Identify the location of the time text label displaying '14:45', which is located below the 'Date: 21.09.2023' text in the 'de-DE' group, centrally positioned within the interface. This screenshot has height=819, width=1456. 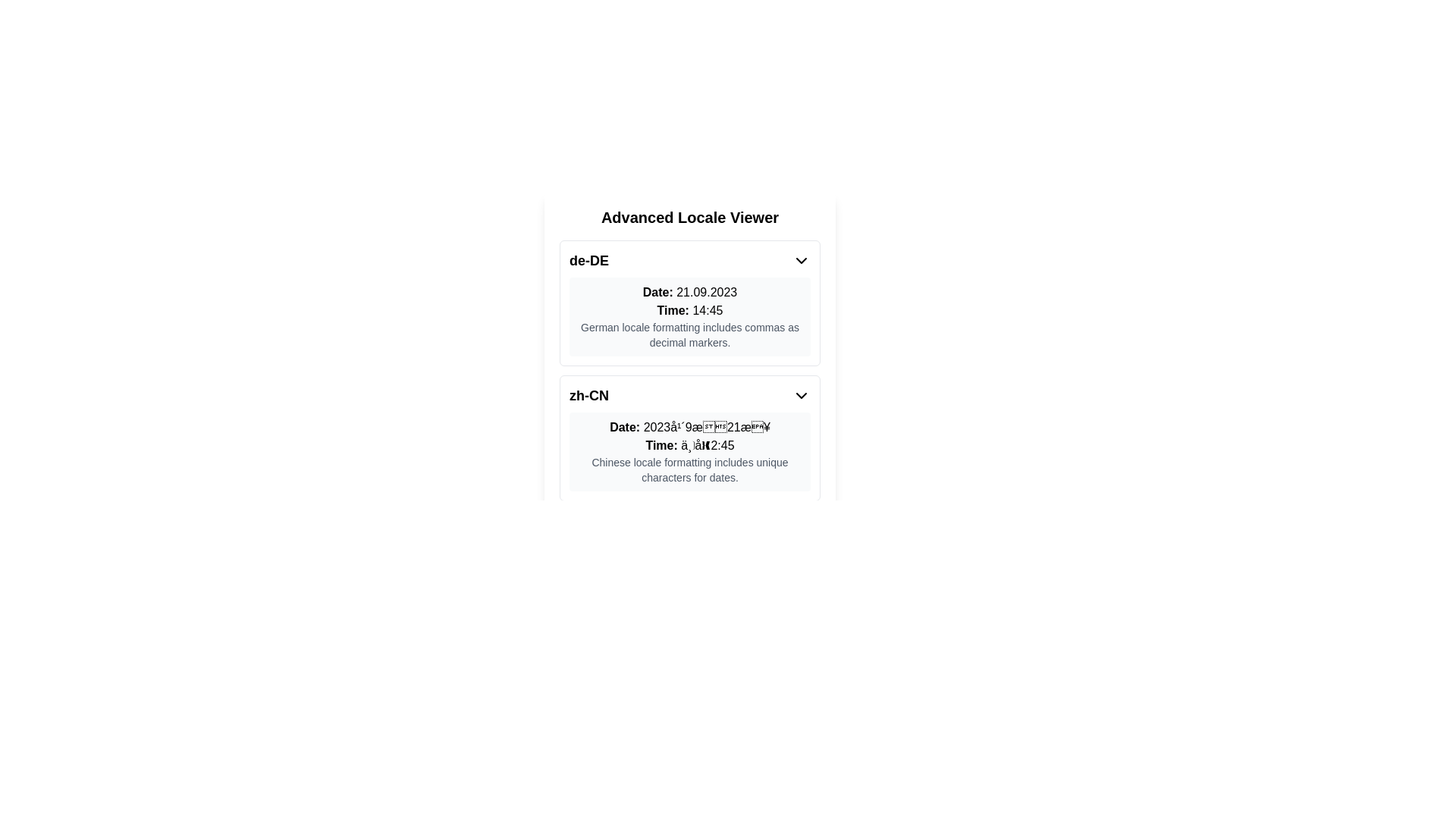
(689, 309).